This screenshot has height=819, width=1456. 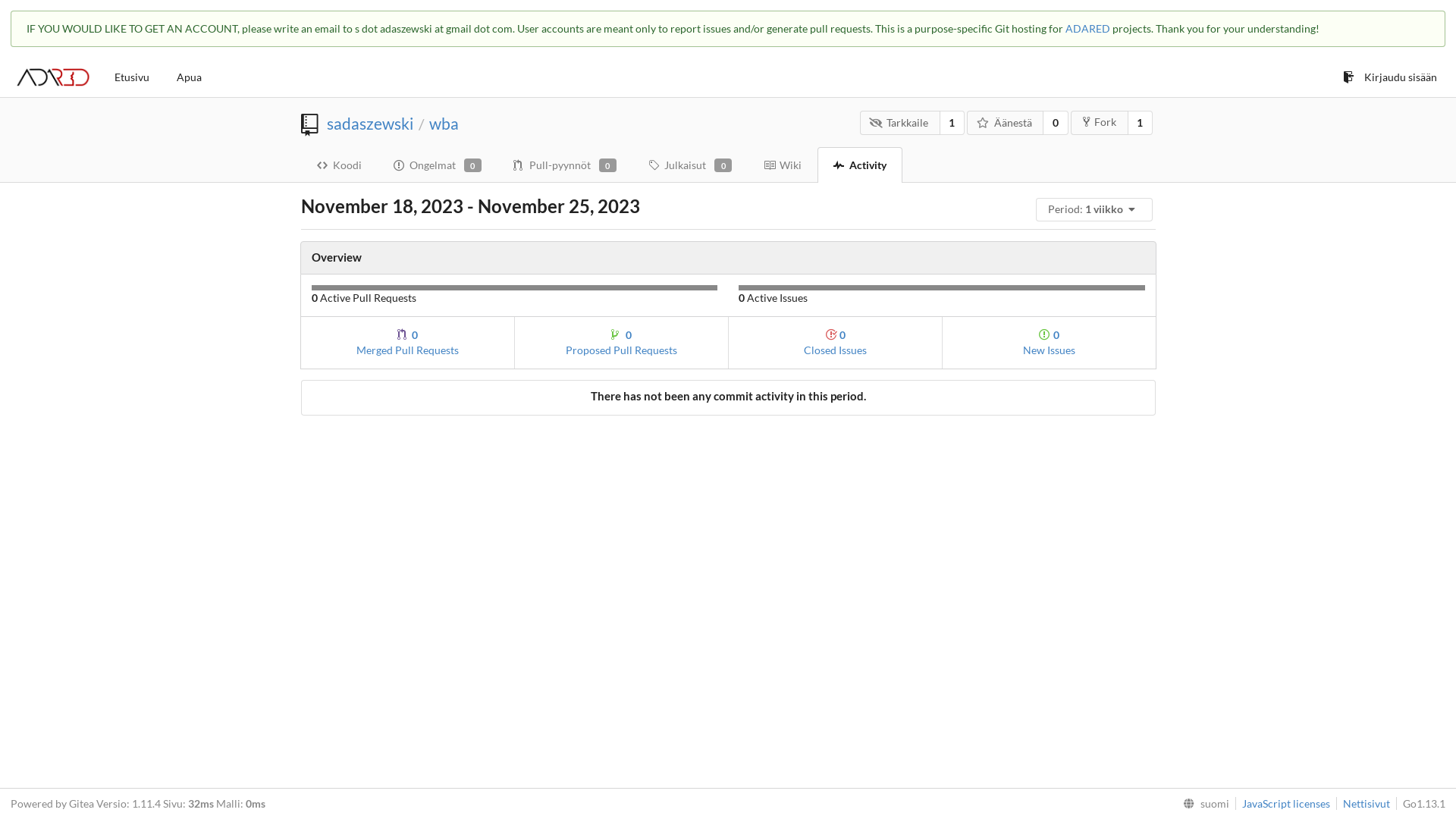 I want to click on 'Ongelmat, so click(x=436, y=164).